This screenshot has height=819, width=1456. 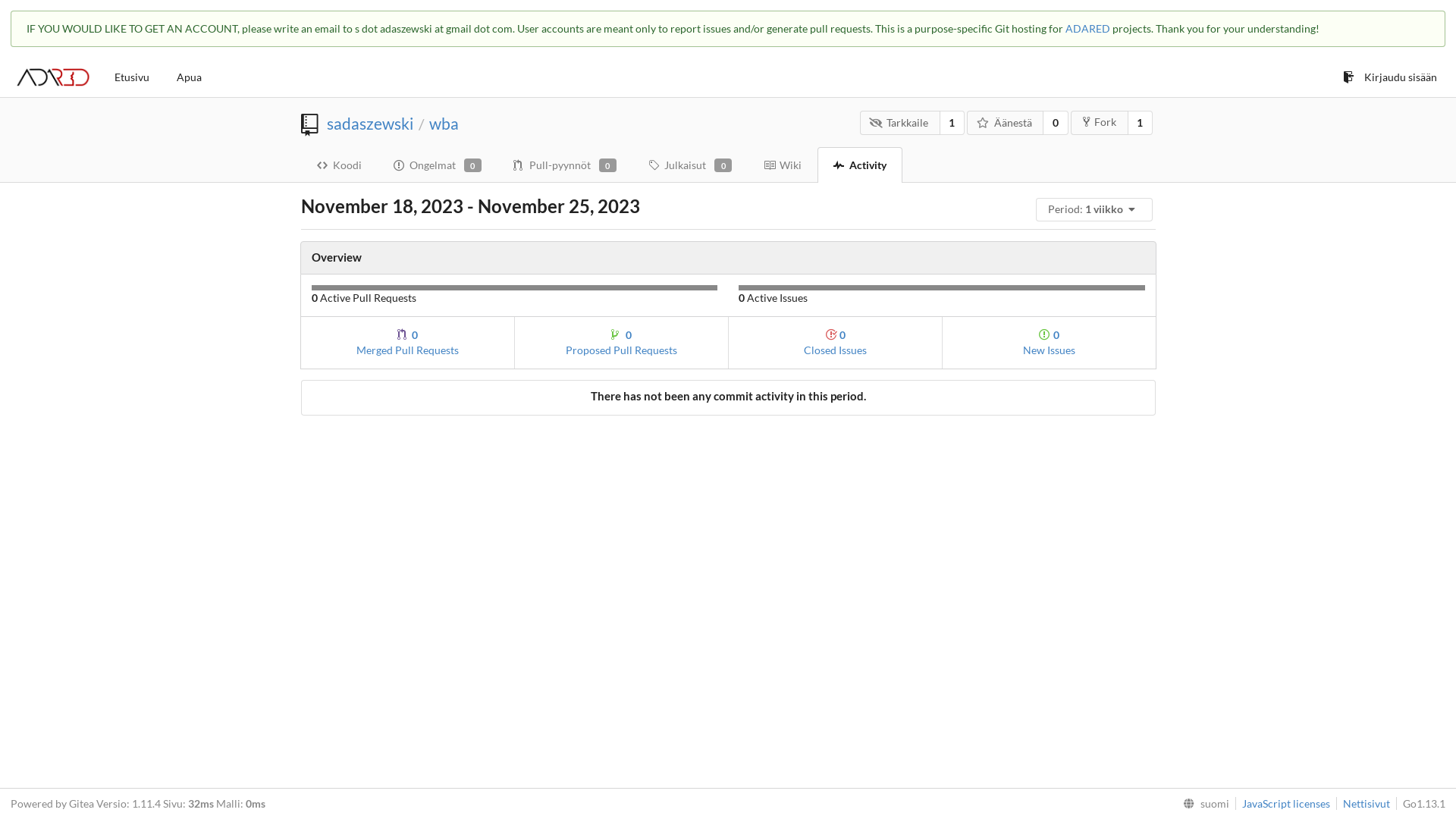 I want to click on 'Ongelmat, so click(x=436, y=164).